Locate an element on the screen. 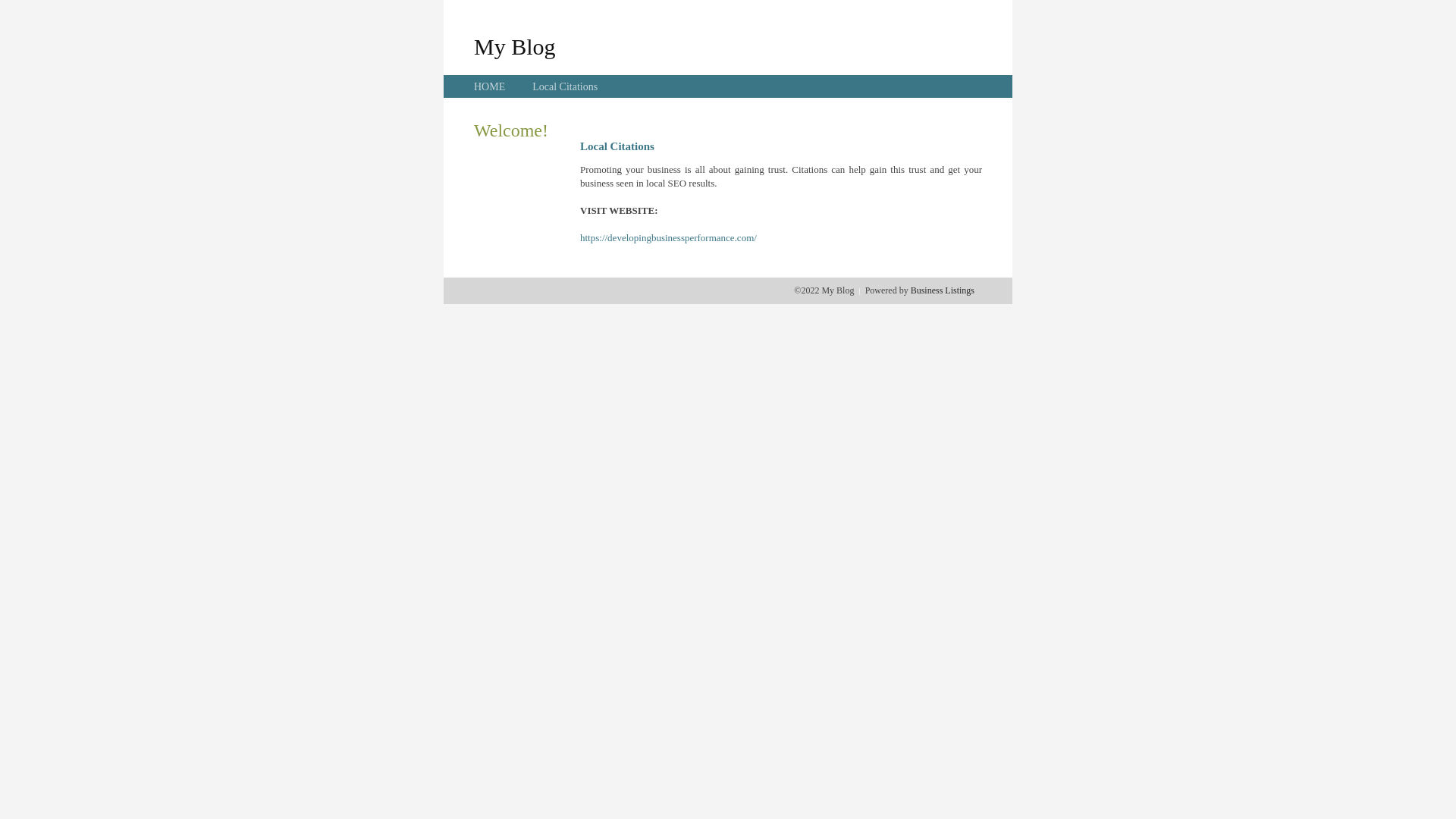 This screenshot has width=1456, height=819. 'Local Citations' is located at coordinates (563, 86).